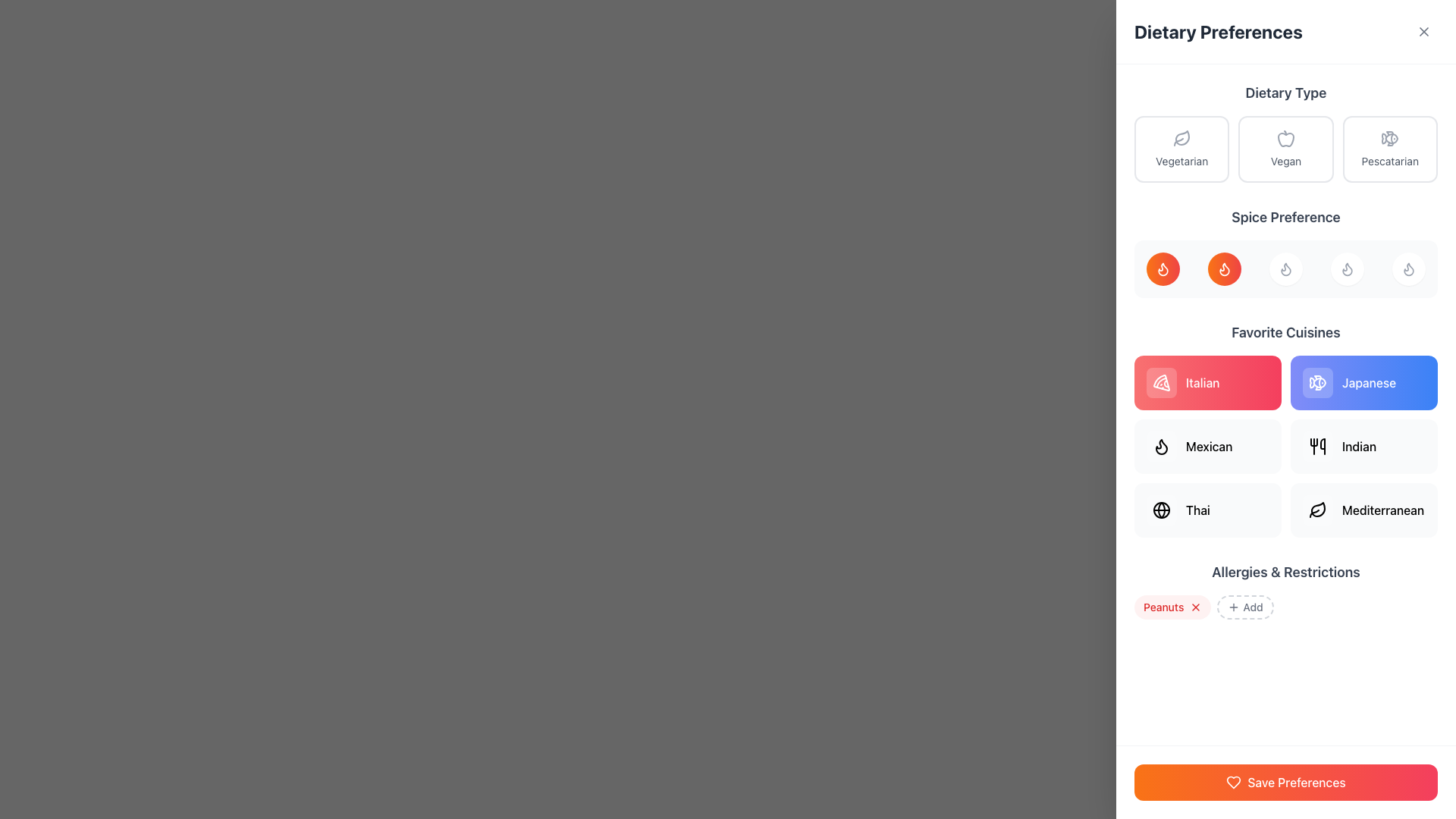 The width and height of the screenshot is (1456, 819). I want to click on the text label displaying 'Mediterranean', which is part of the 'Favorite Cuisines' section, positioned at the bottom-right corner adjacent to 'Indian' and 'Thai' cuisine options, so click(1383, 510).